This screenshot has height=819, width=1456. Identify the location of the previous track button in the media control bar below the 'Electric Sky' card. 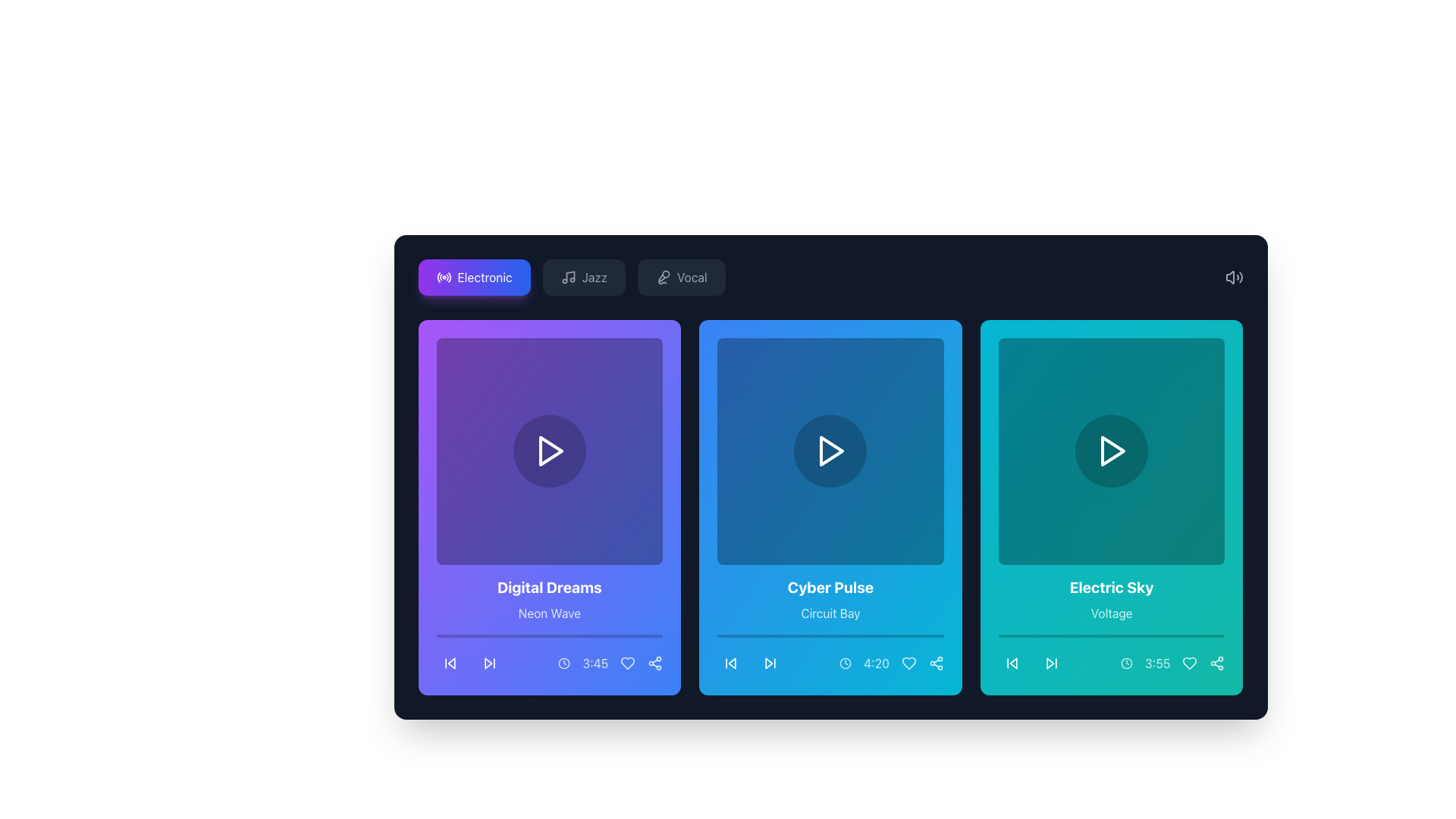
(1012, 662).